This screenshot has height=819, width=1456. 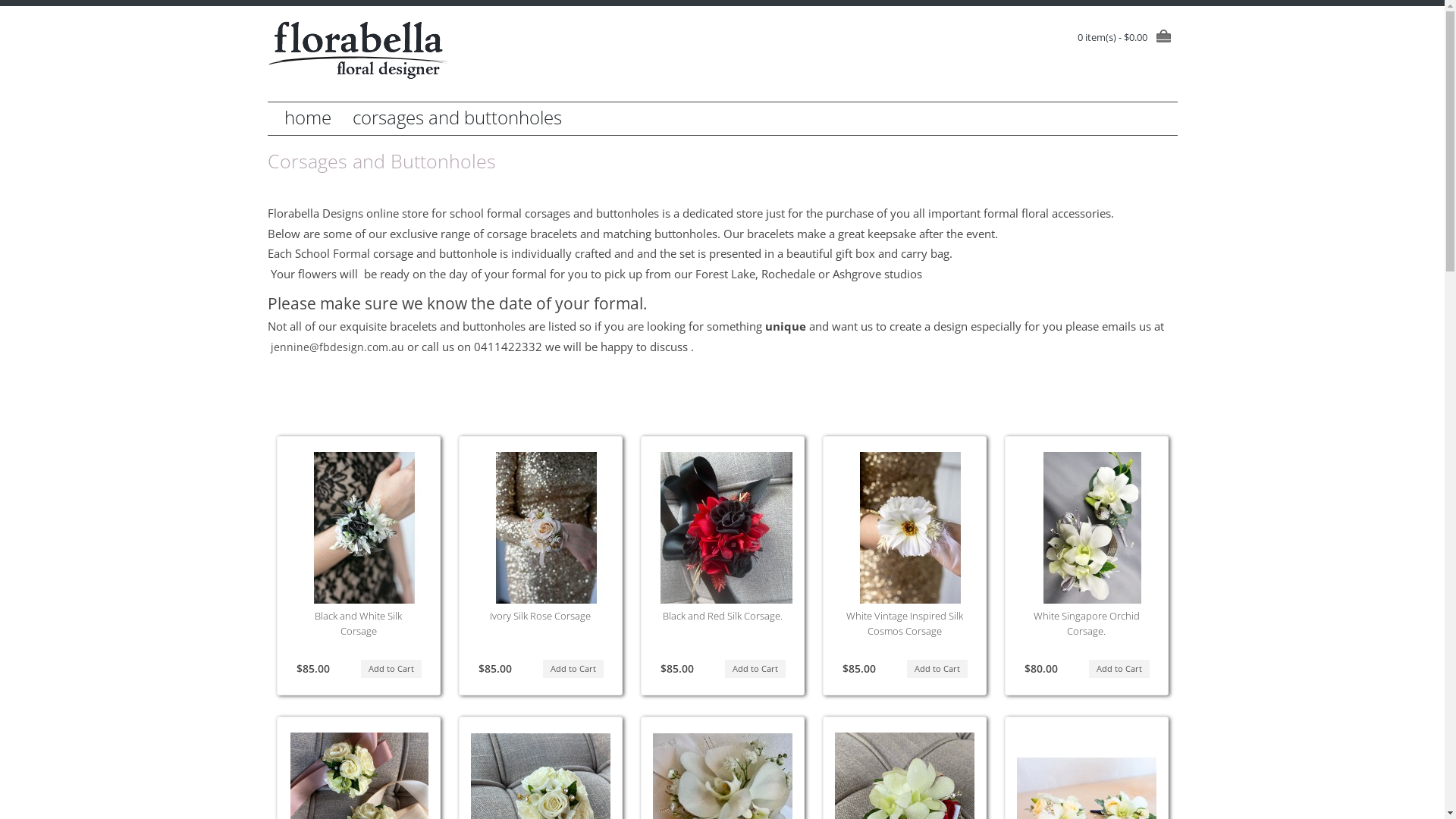 What do you see at coordinates (1092, 526) in the screenshot?
I see `'  White Singapore Orchid Corsage. '` at bounding box center [1092, 526].